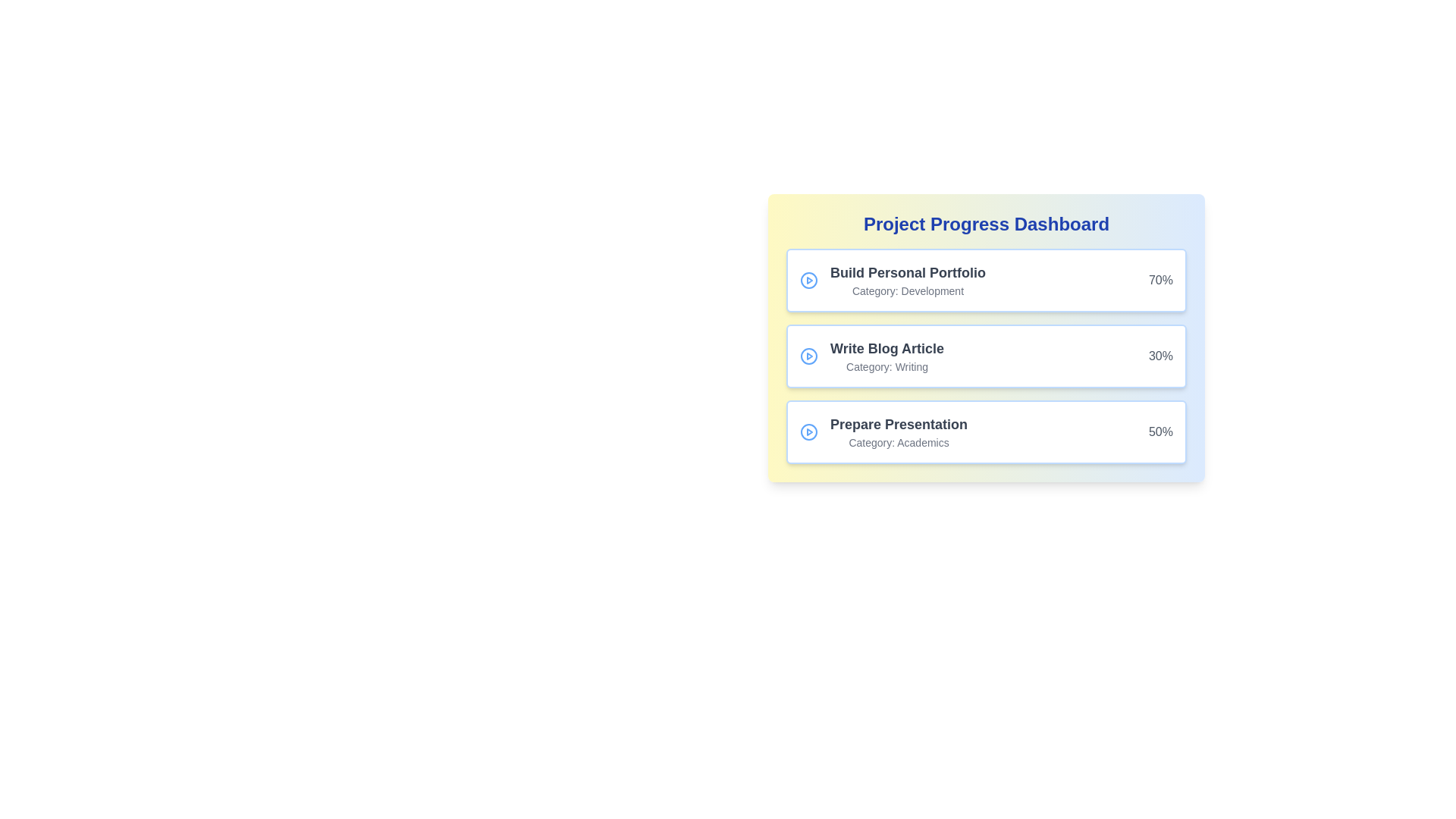  Describe the element at coordinates (908, 271) in the screenshot. I see `the static text 'Build Personal Portfolio' which is the title within a rectangular card on the dashboard` at that location.